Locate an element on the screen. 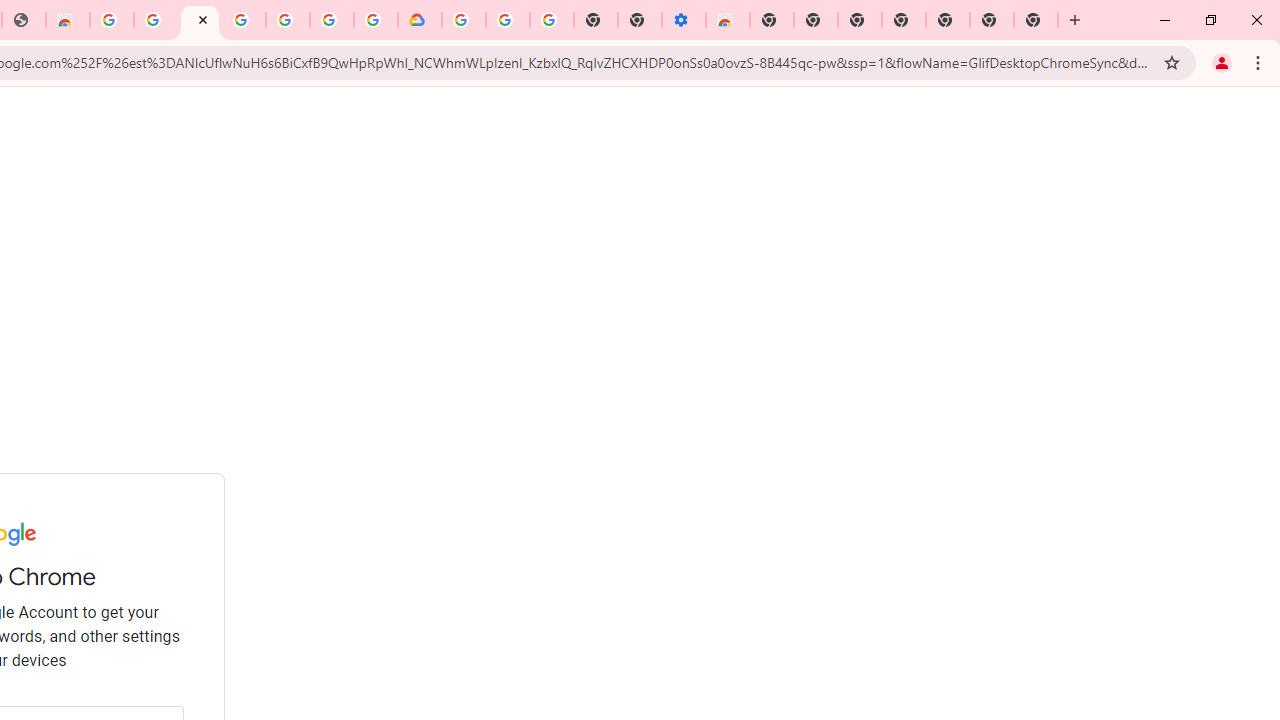 This screenshot has height=720, width=1280. 'Chrome Web Store - Household' is located at coordinates (67, 20).